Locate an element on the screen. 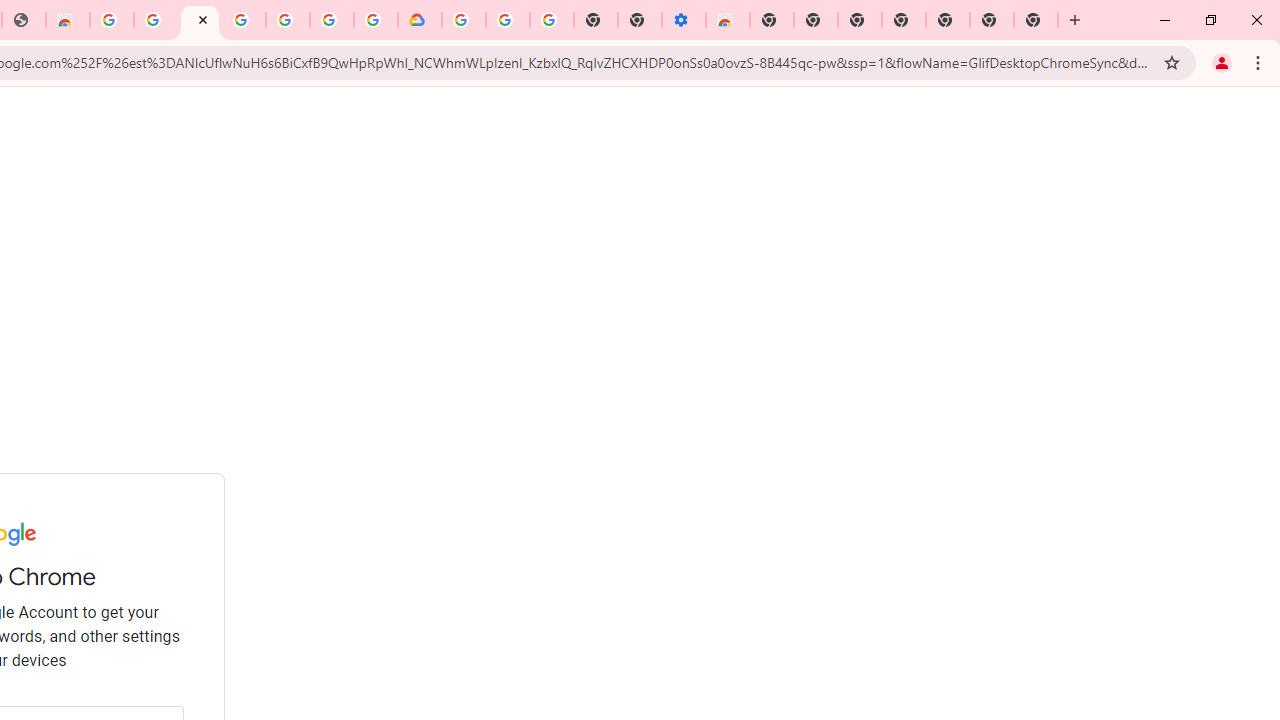 This screenshot has height=720, width=1280. 'Chrome Web Store - Household' is located at coordinates (67, 20).